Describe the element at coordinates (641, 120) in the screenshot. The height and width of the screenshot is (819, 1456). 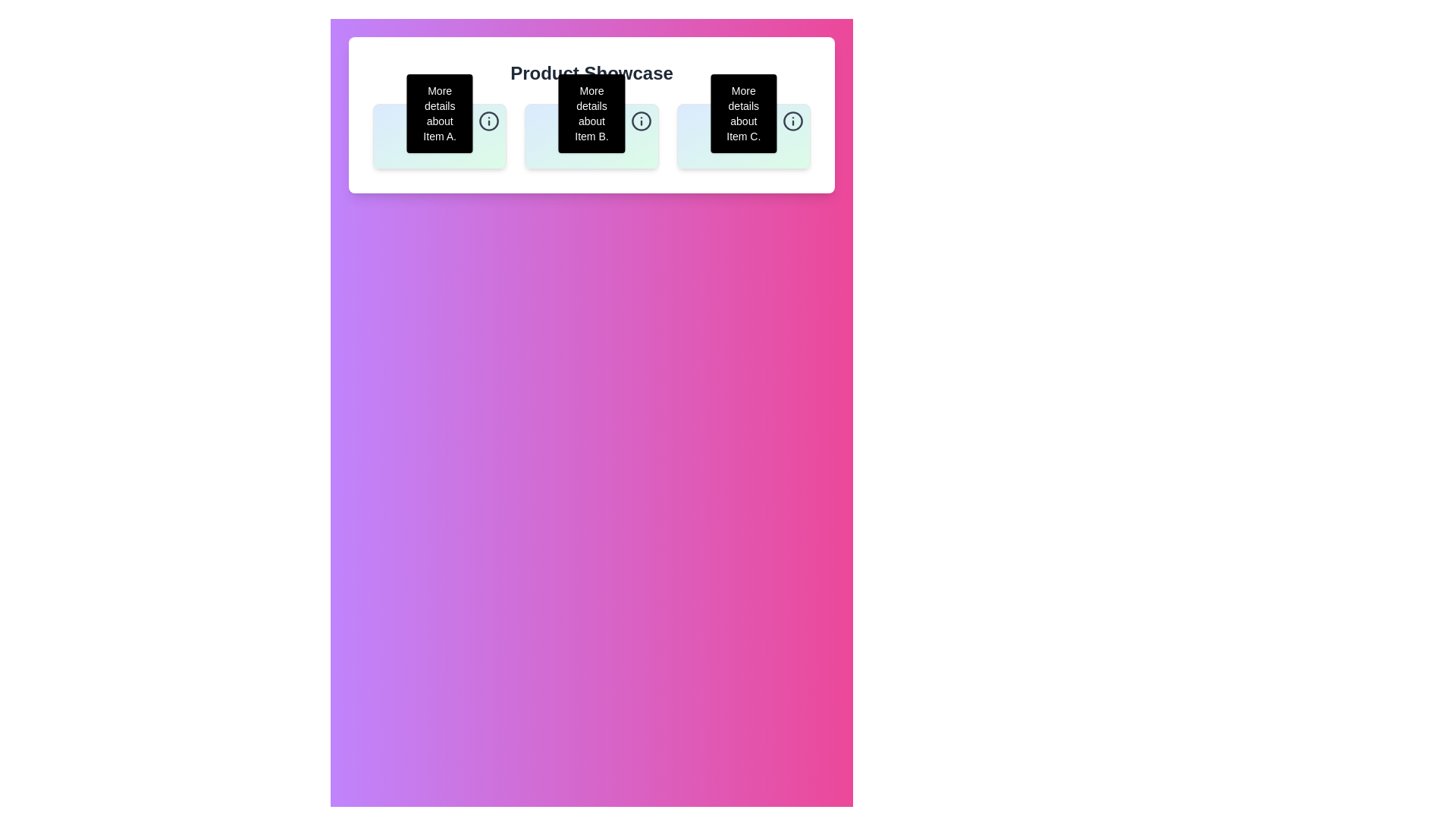
I see `the circular SVG graphic element that is part of the icon representing information within the second card labeled 'More details about Item B'` at that location.